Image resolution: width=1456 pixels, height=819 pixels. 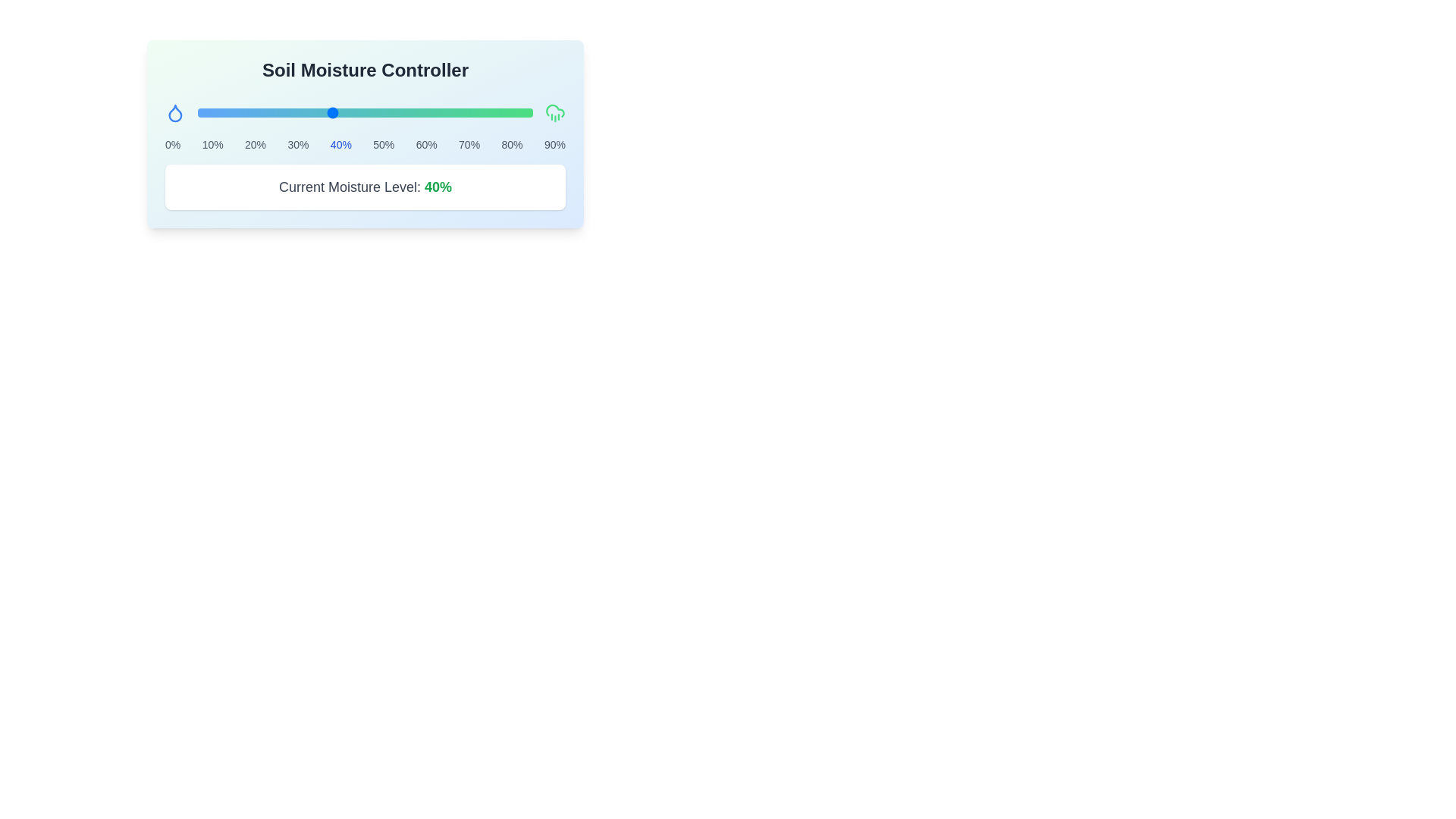 I want to click on the moisture level to 0% using the slider, so click(x=196, y=112).